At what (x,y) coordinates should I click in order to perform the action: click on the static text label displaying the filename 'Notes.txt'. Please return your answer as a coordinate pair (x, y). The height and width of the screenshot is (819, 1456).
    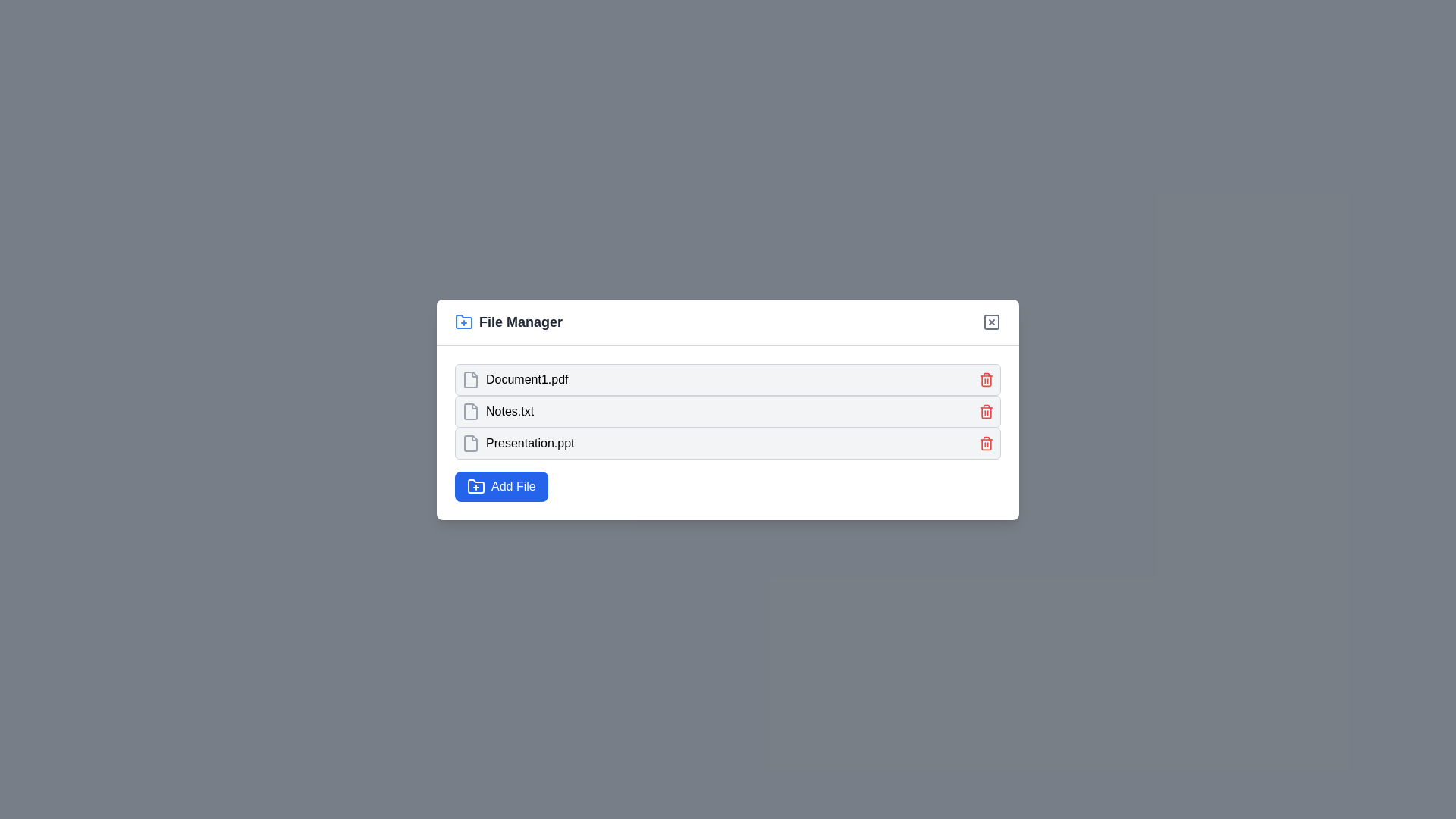
    Looking at the image, I should click on (510, 411).